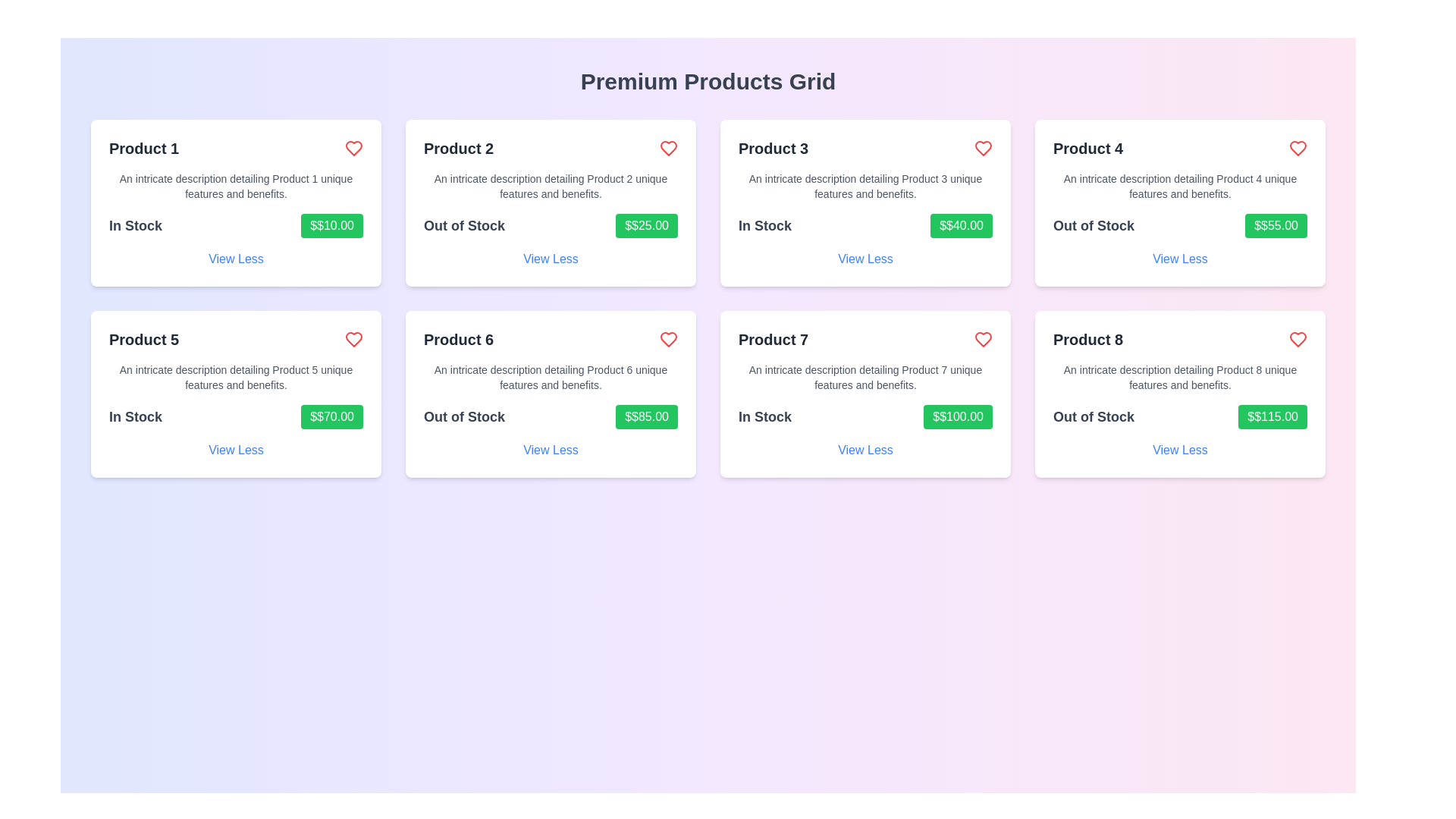  I want to click on the 'In Stock' text label, which is bold and dark gray, located at the bottom-left of the 'Product 1' card, adjacent to a green price tag reading '$10.00', so click(135, 225).